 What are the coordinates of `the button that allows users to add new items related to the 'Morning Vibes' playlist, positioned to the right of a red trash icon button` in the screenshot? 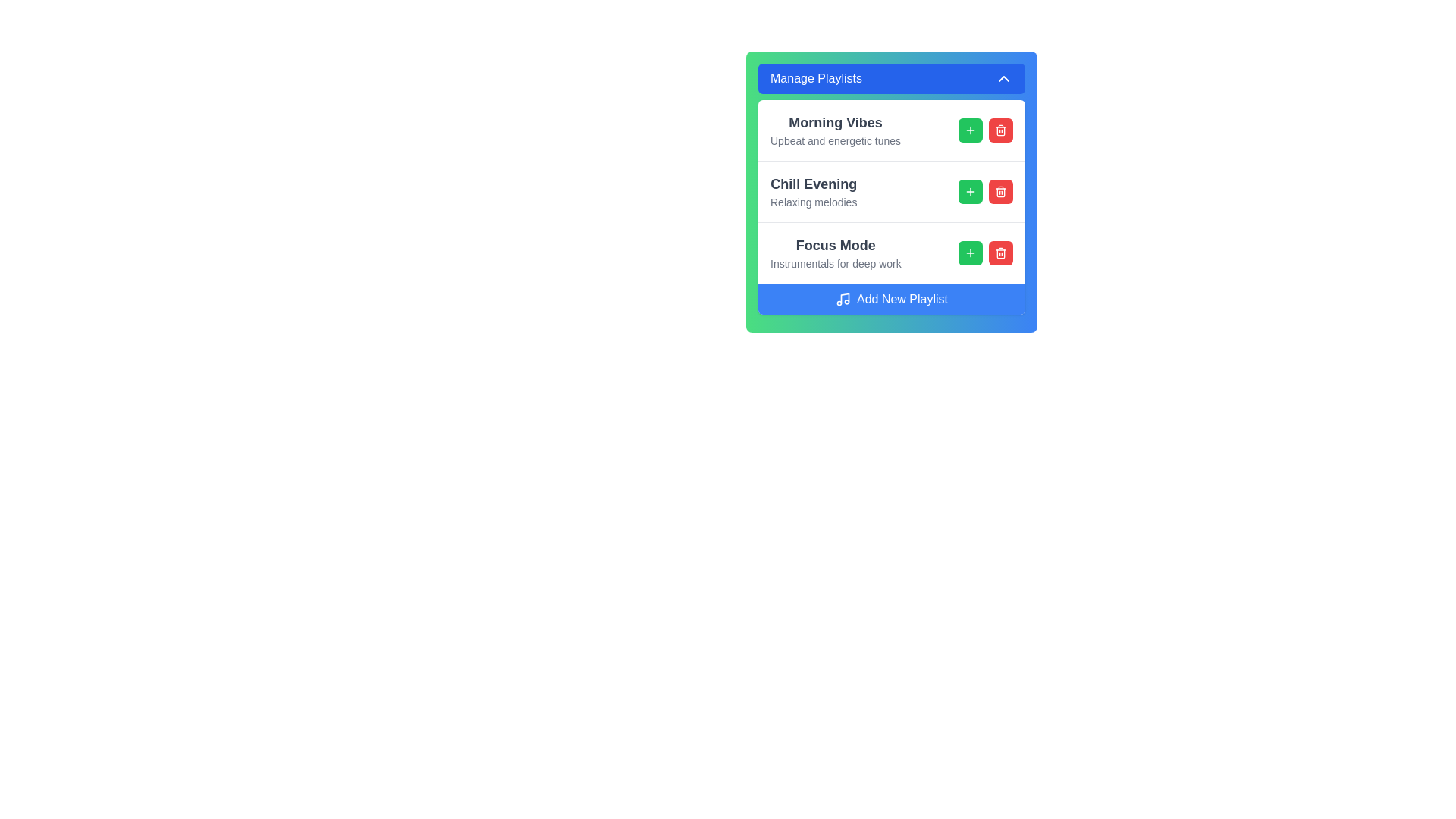 It's located at (971, 130).